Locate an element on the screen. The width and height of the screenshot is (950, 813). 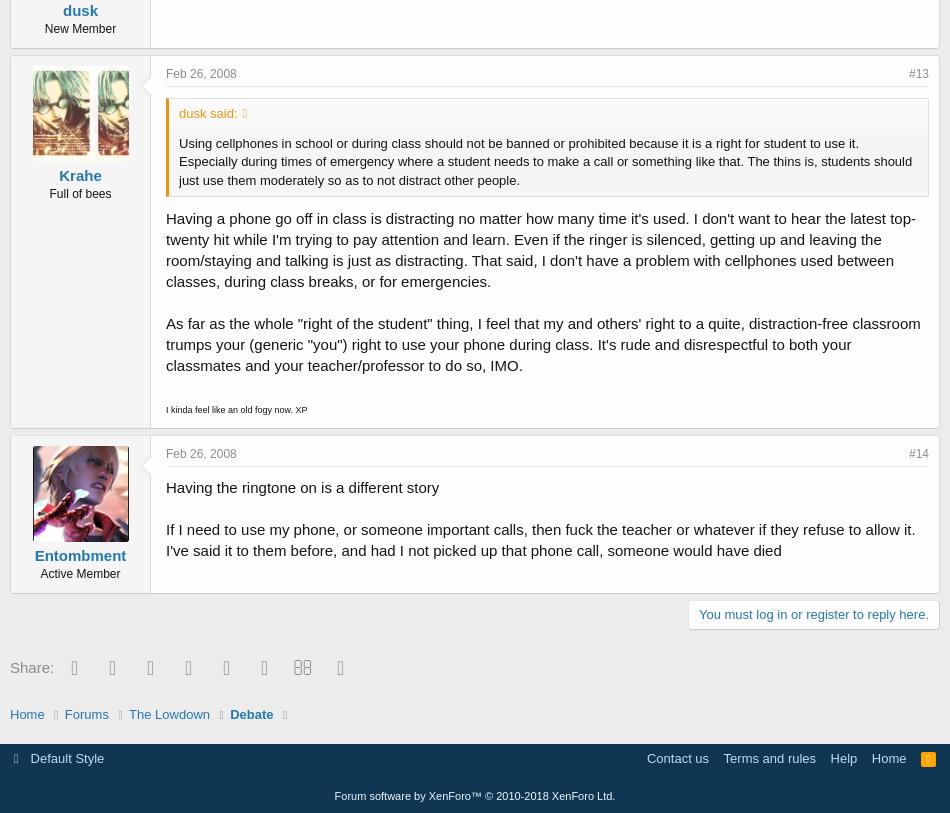
'Full of bees' is located at coordinates (49, 192).